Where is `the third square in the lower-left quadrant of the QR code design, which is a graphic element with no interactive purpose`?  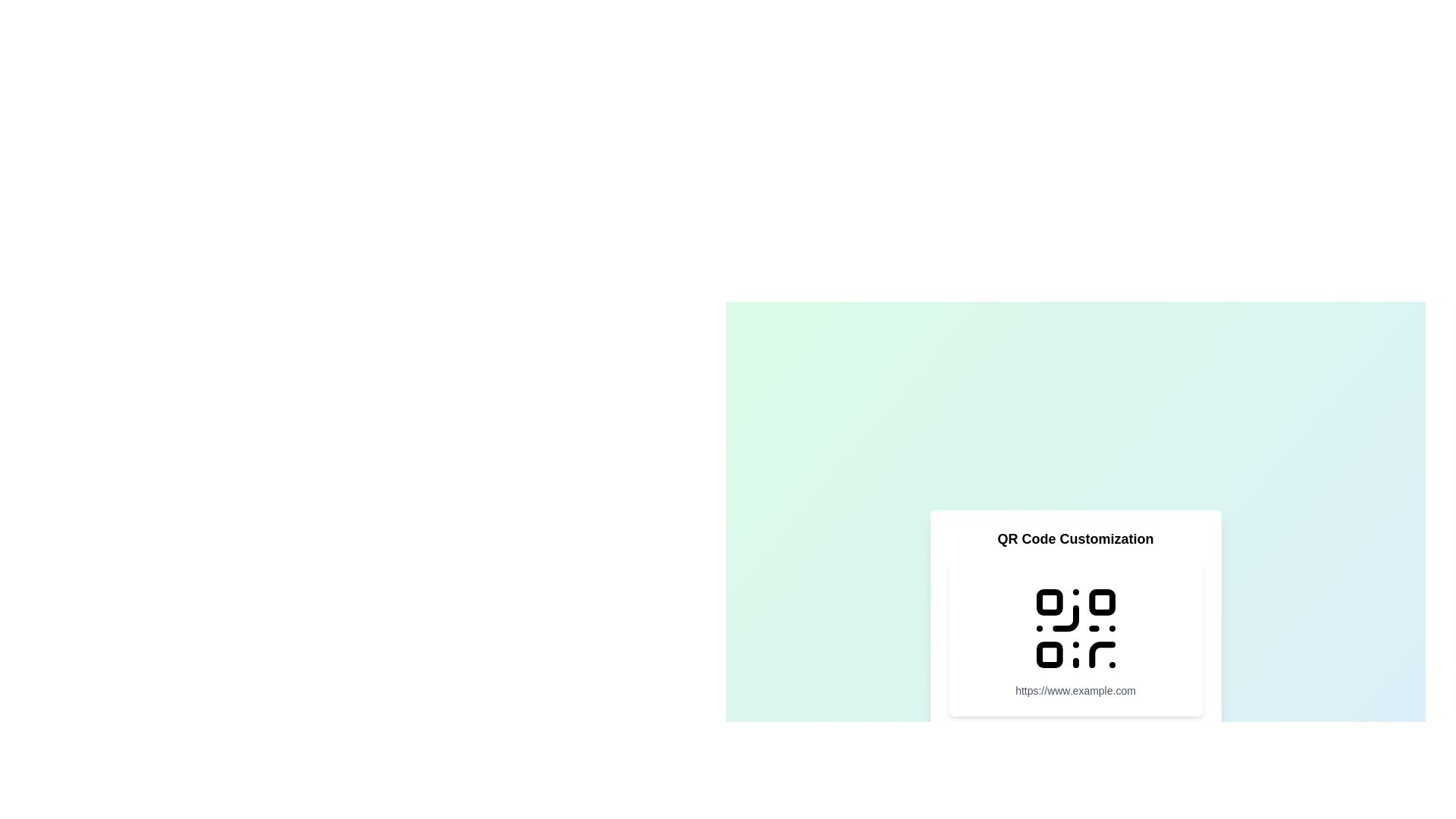
the third square in the lower-left quadrant of the QR code design, which is a graphic element with no interactive purpose is located at coordinates (1048, 654).